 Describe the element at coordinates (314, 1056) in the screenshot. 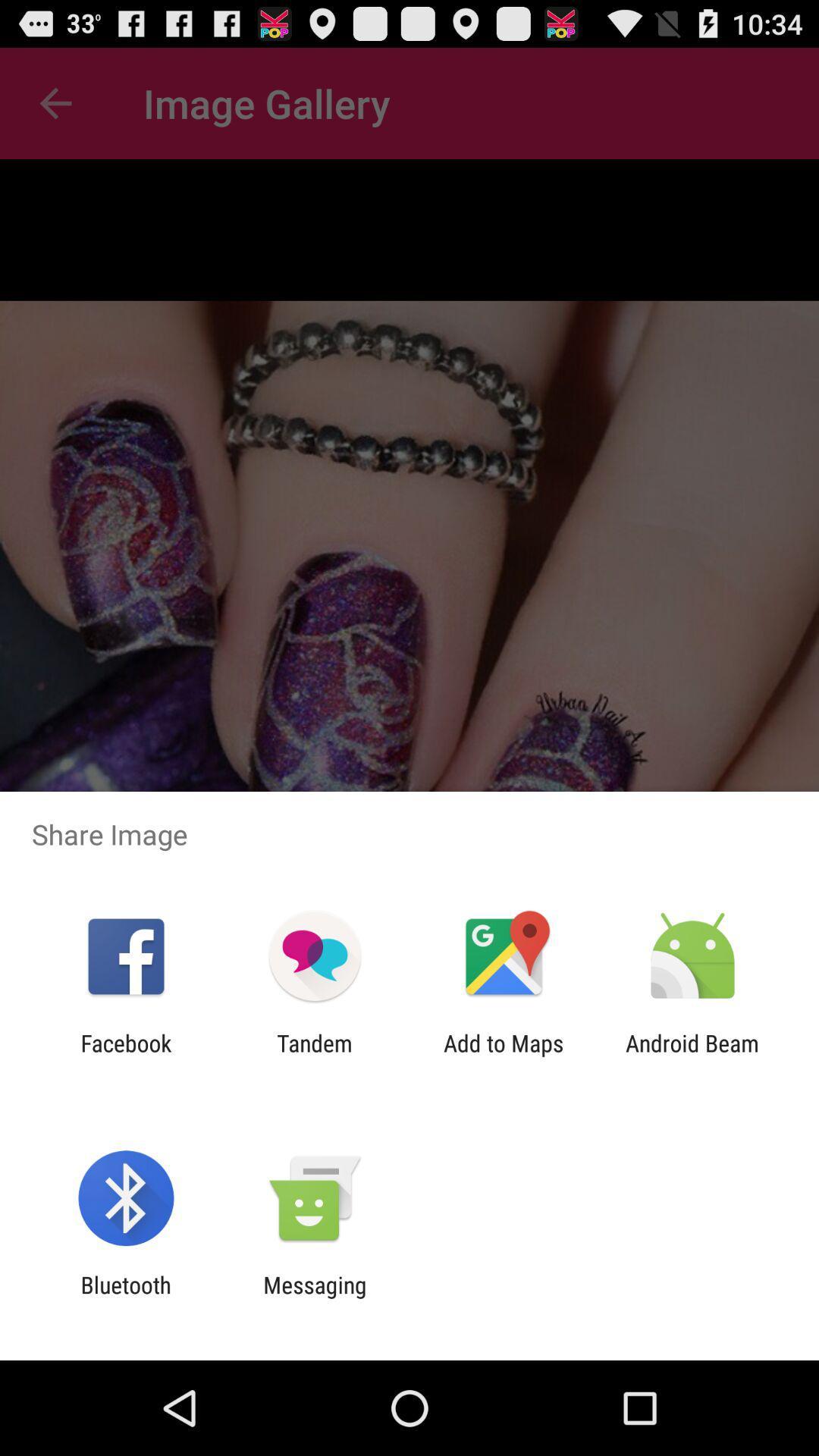

I see `tandem icon` at that location.